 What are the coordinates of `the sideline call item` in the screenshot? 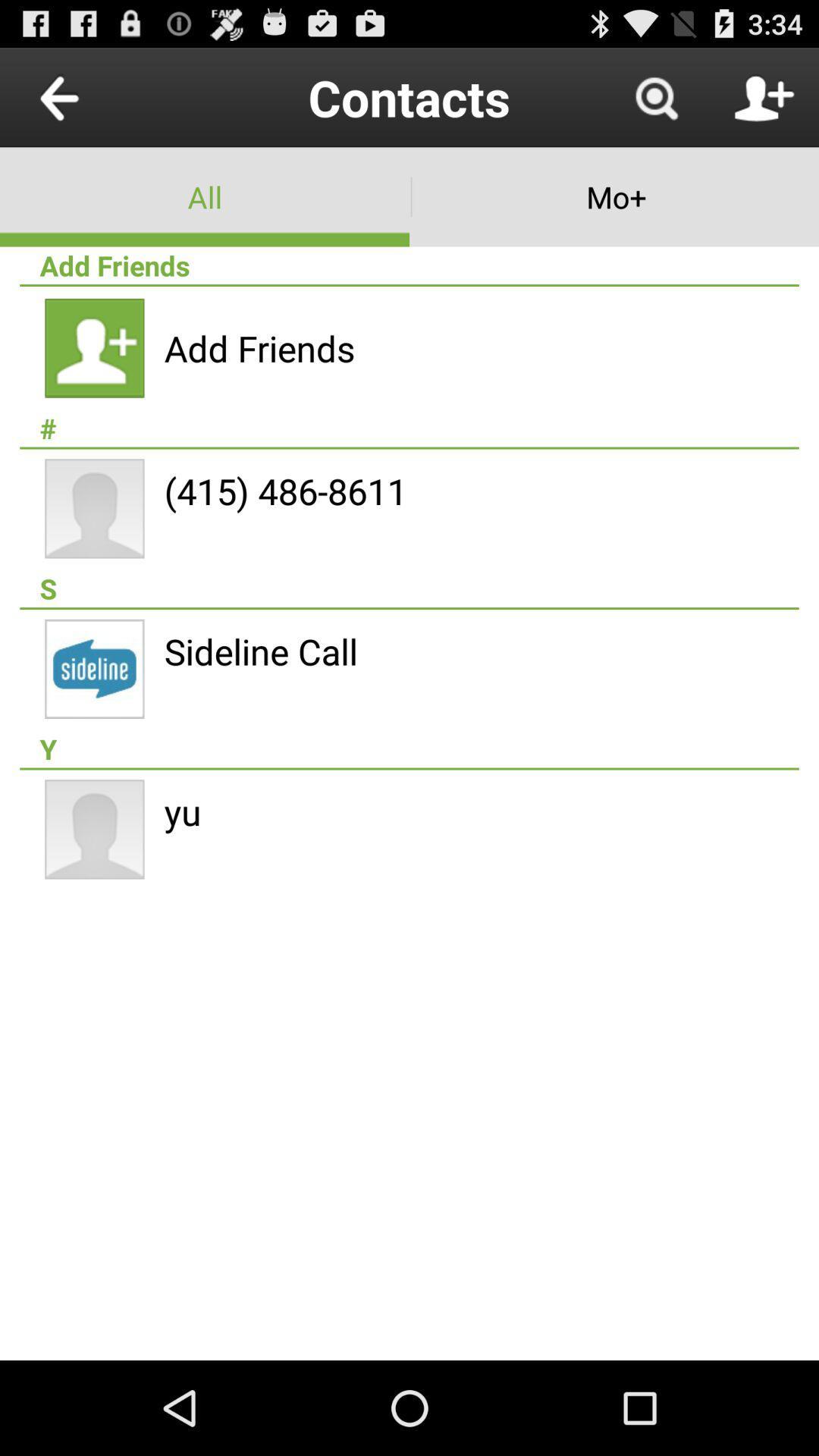 It's located at (260, 651).